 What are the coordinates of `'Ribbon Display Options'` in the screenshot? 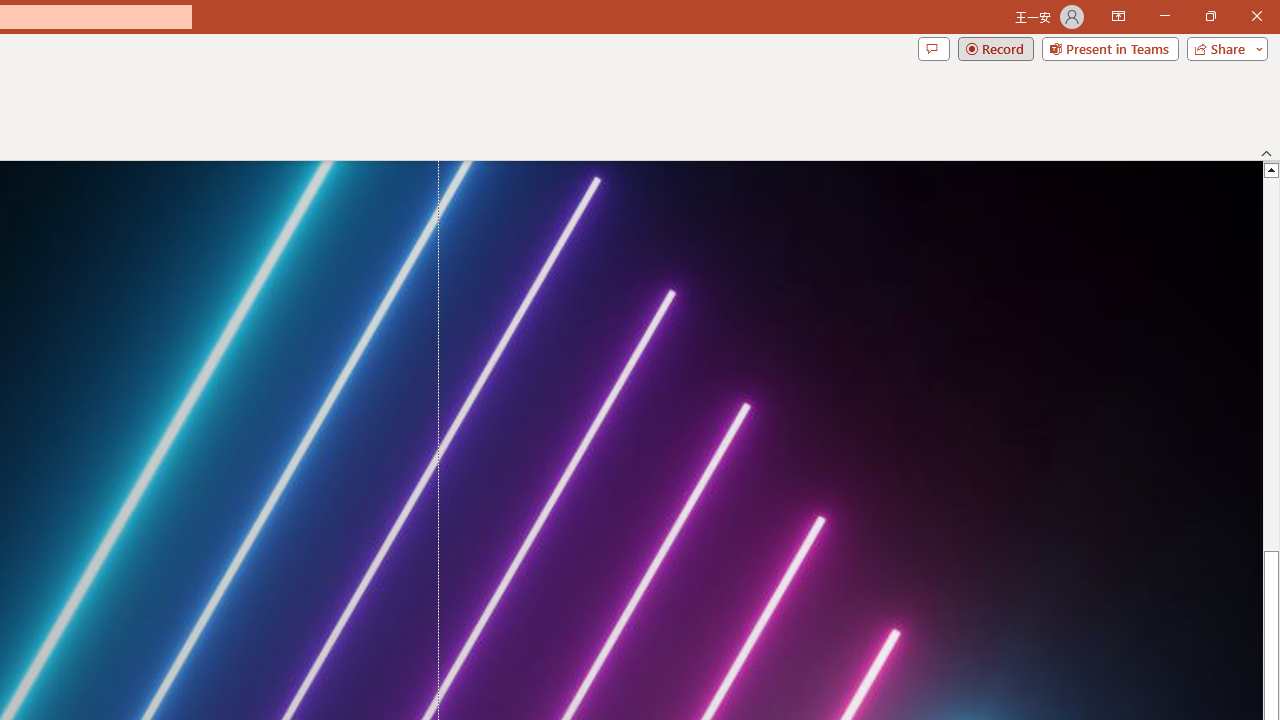 It's located at (1117, 16).